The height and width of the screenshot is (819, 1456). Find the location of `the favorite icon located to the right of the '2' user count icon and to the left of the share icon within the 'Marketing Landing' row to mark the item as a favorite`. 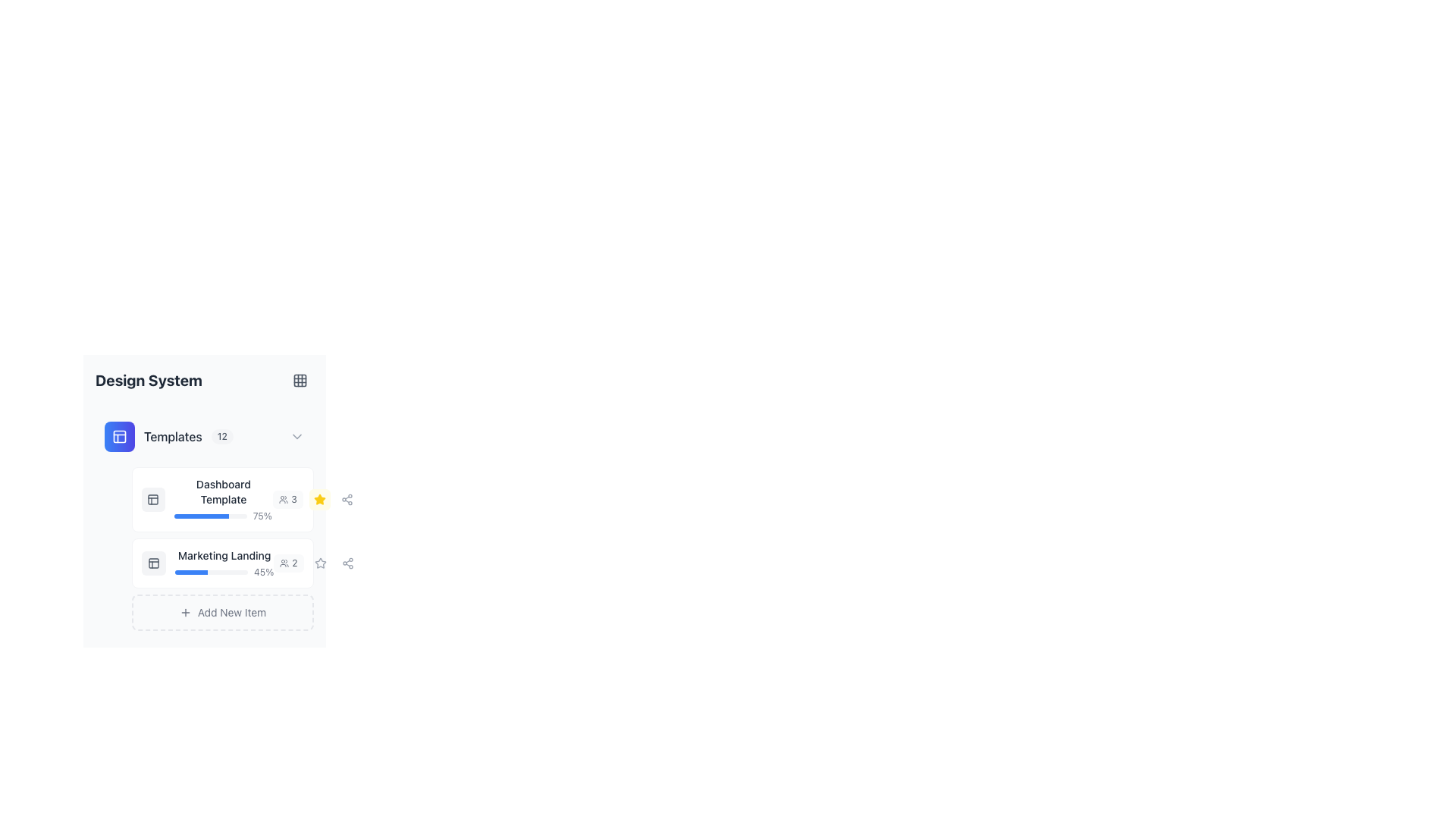

the favorite icon located to the right of the '2' user count icon and to the left of the share icon within the 'Marketing Landing' row to mark the item as a favorite is located at coordinates (315, 563).